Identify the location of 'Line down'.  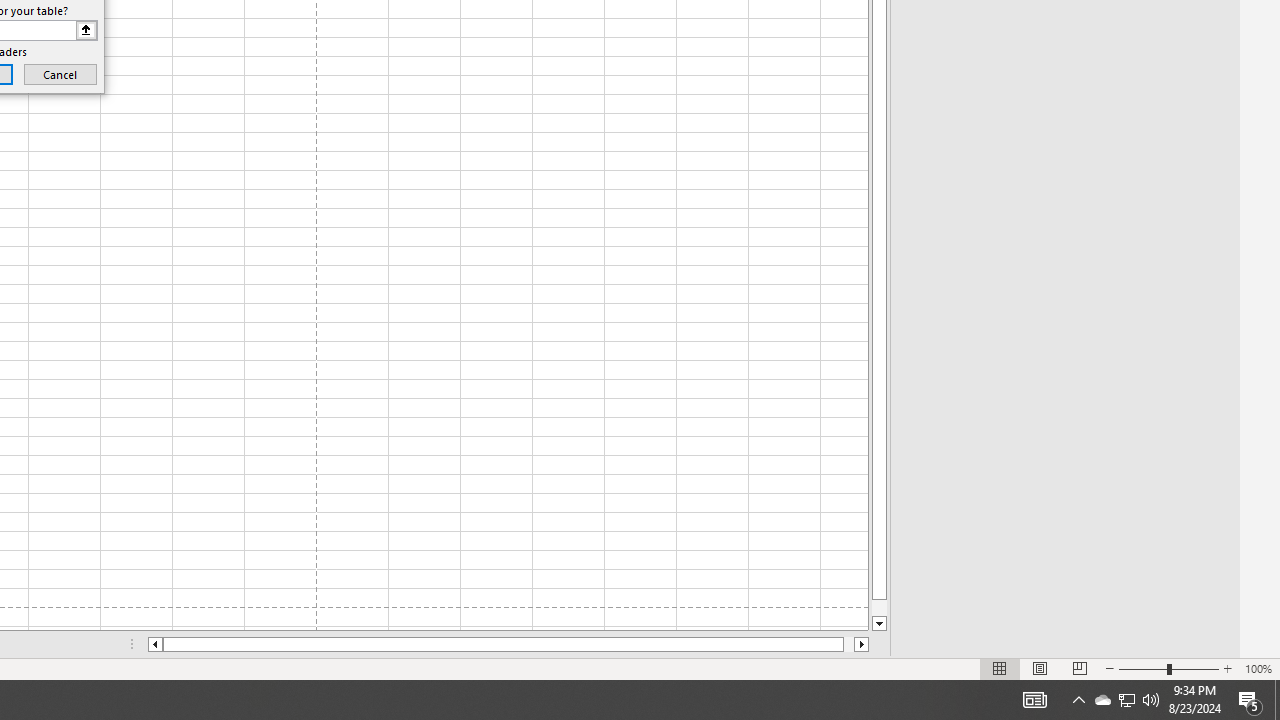
(879, 623).